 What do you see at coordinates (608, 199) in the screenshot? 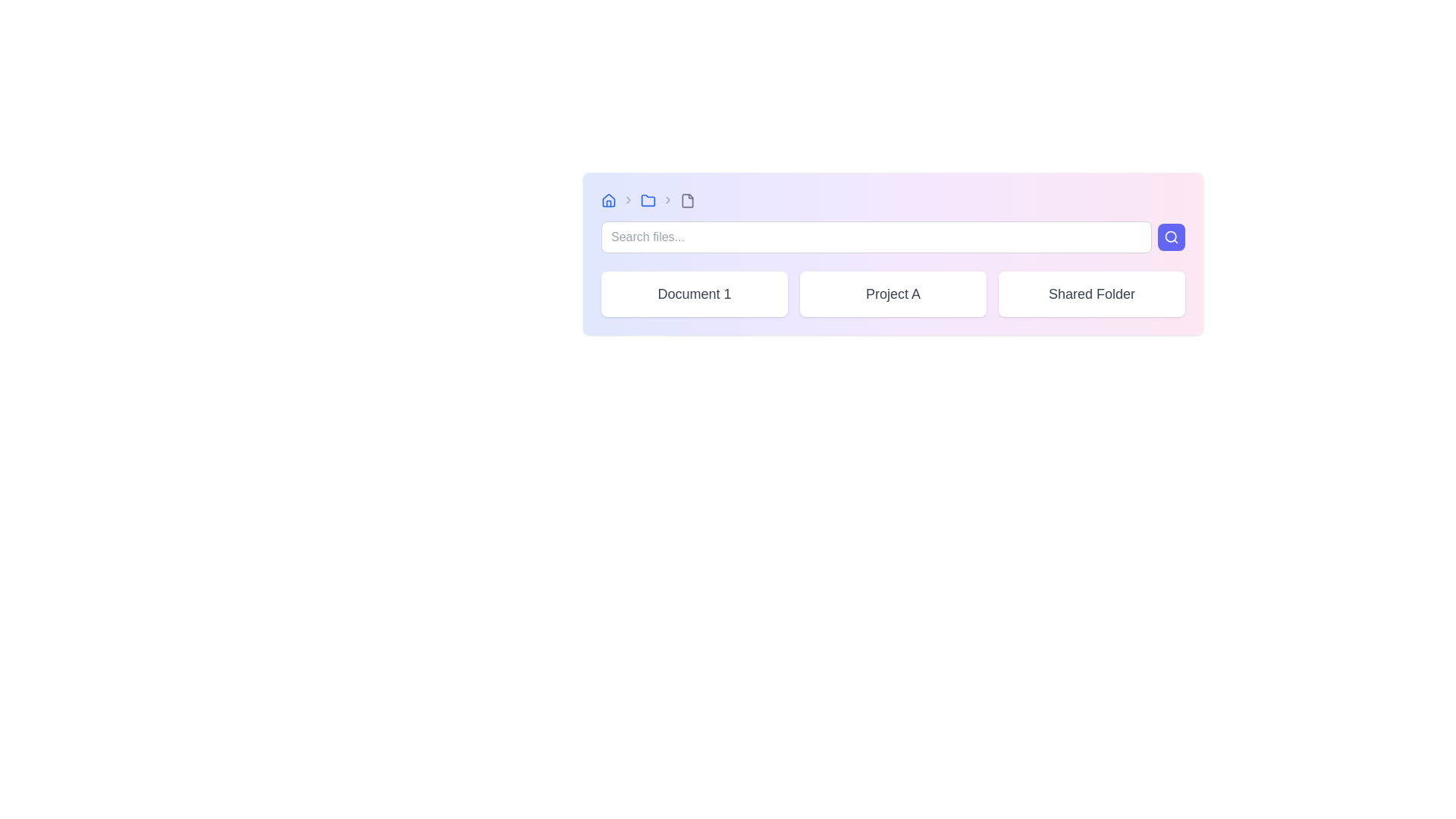
I see `the home button SVG icon located as the first icon on the left-hand side of the navigation bar` at bounding box center [608, 199].